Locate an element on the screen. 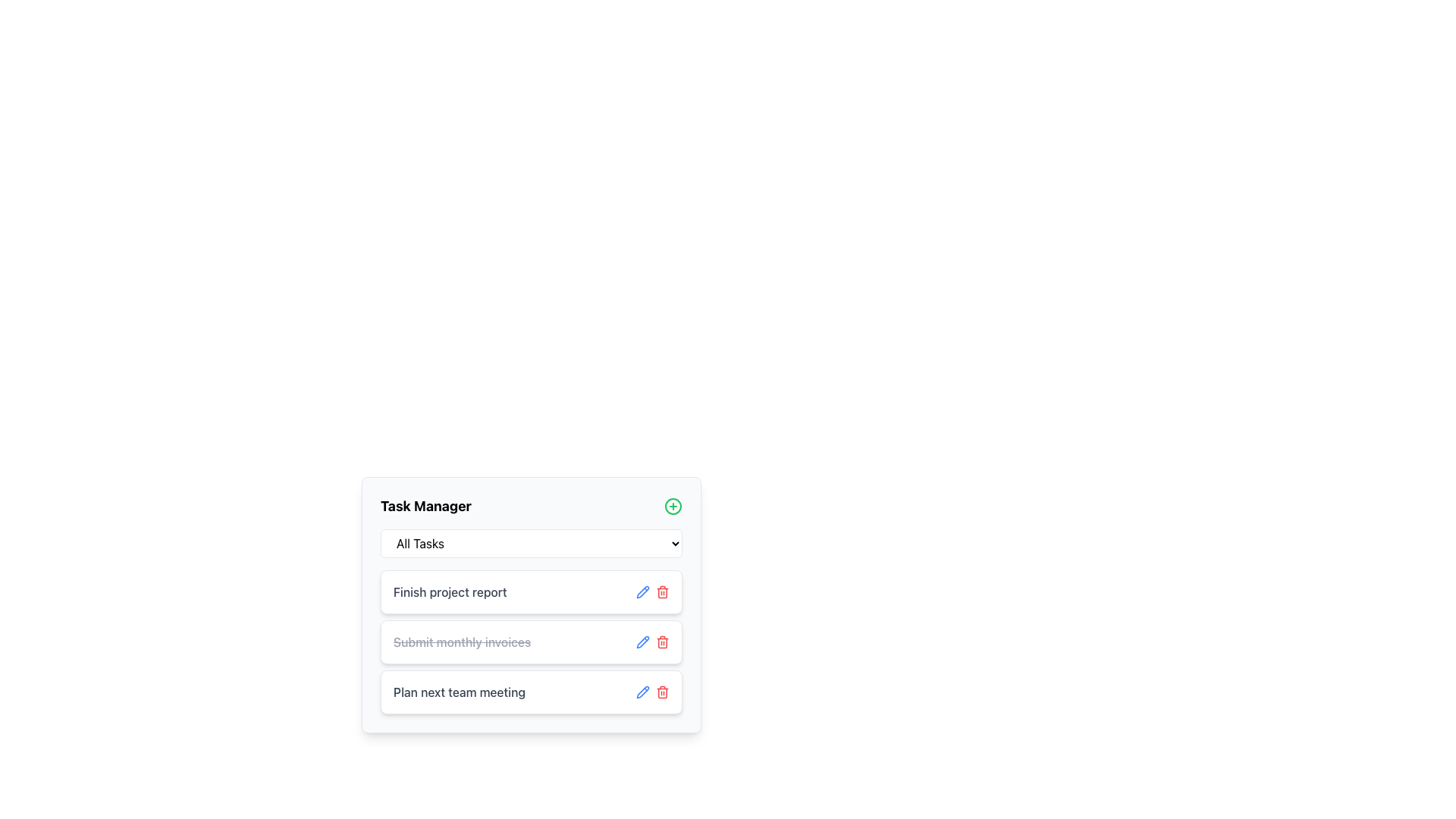  the edit icon located in the Task Manager interface, which is positioned to the left of the trash bin icon and aligned with the 'Finish project report' task row is located at coordinates (643, 691).